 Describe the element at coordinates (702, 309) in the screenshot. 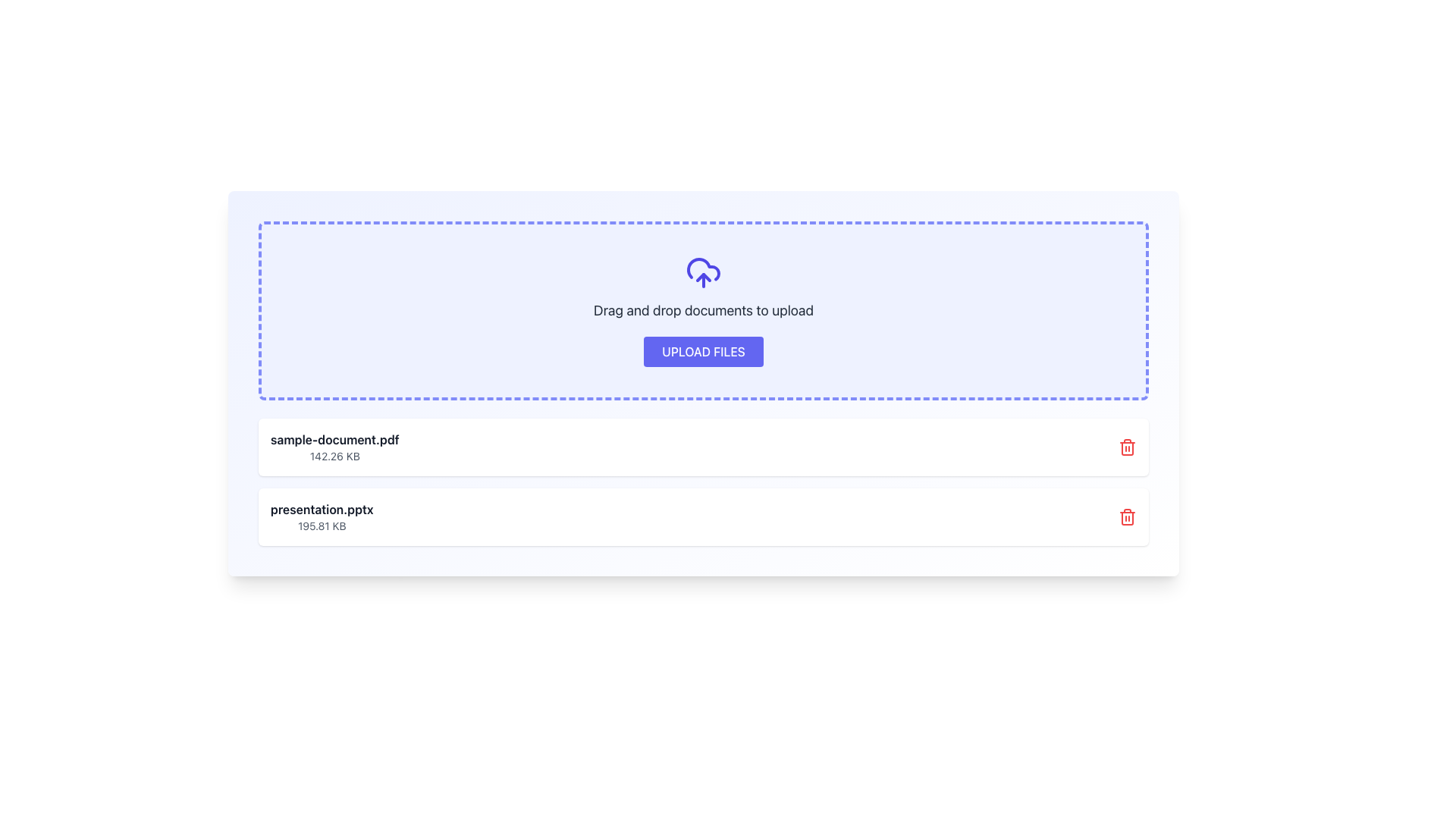

I see `the Text Label element that reads 'Drag and drop documents to upload', which is centrally aligned below a cloud upload icon and above an 'Upload files' button` at that location.